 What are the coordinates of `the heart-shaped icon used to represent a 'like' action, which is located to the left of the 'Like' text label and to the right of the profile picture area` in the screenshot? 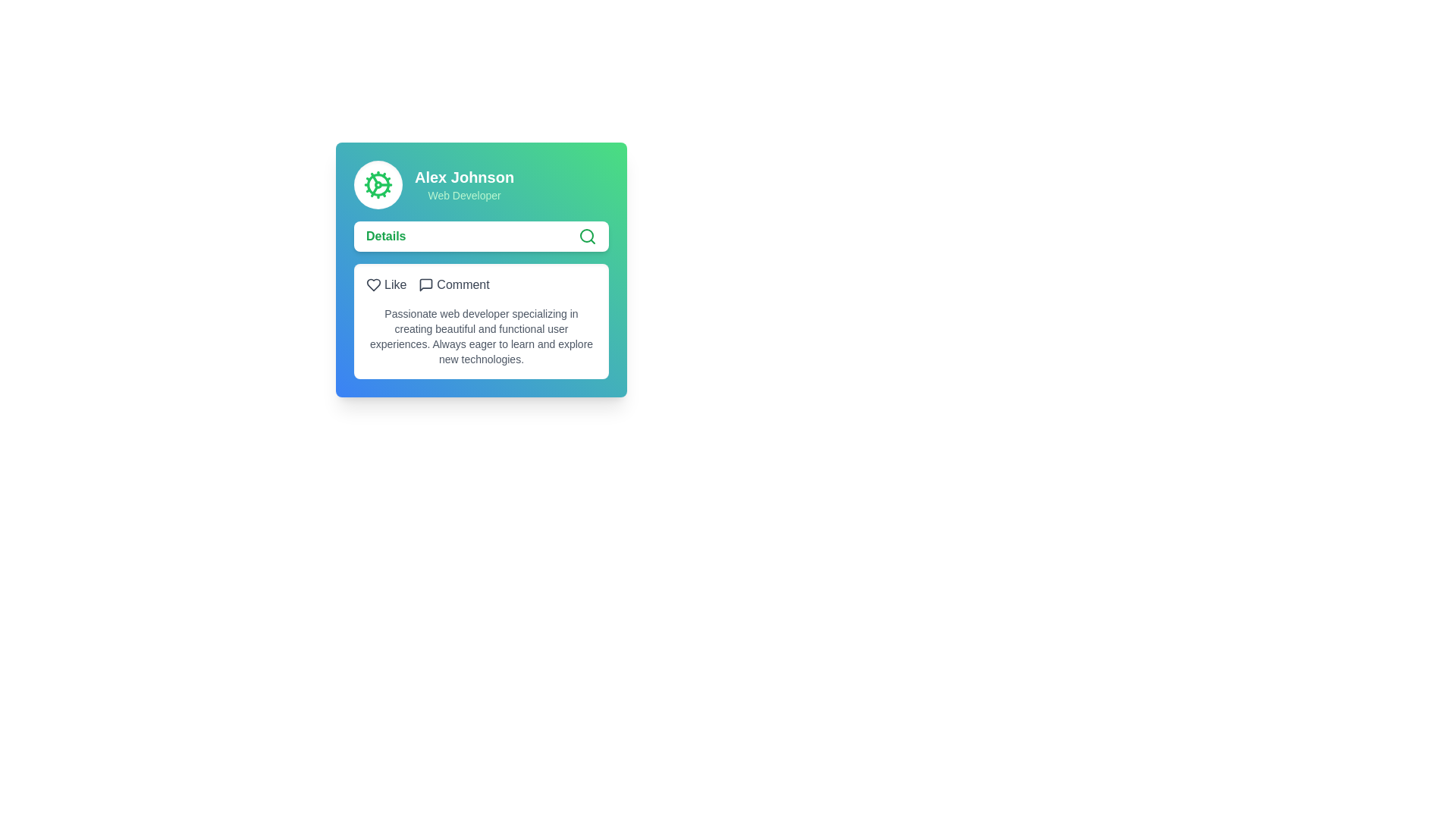 It's located at (374, 284).